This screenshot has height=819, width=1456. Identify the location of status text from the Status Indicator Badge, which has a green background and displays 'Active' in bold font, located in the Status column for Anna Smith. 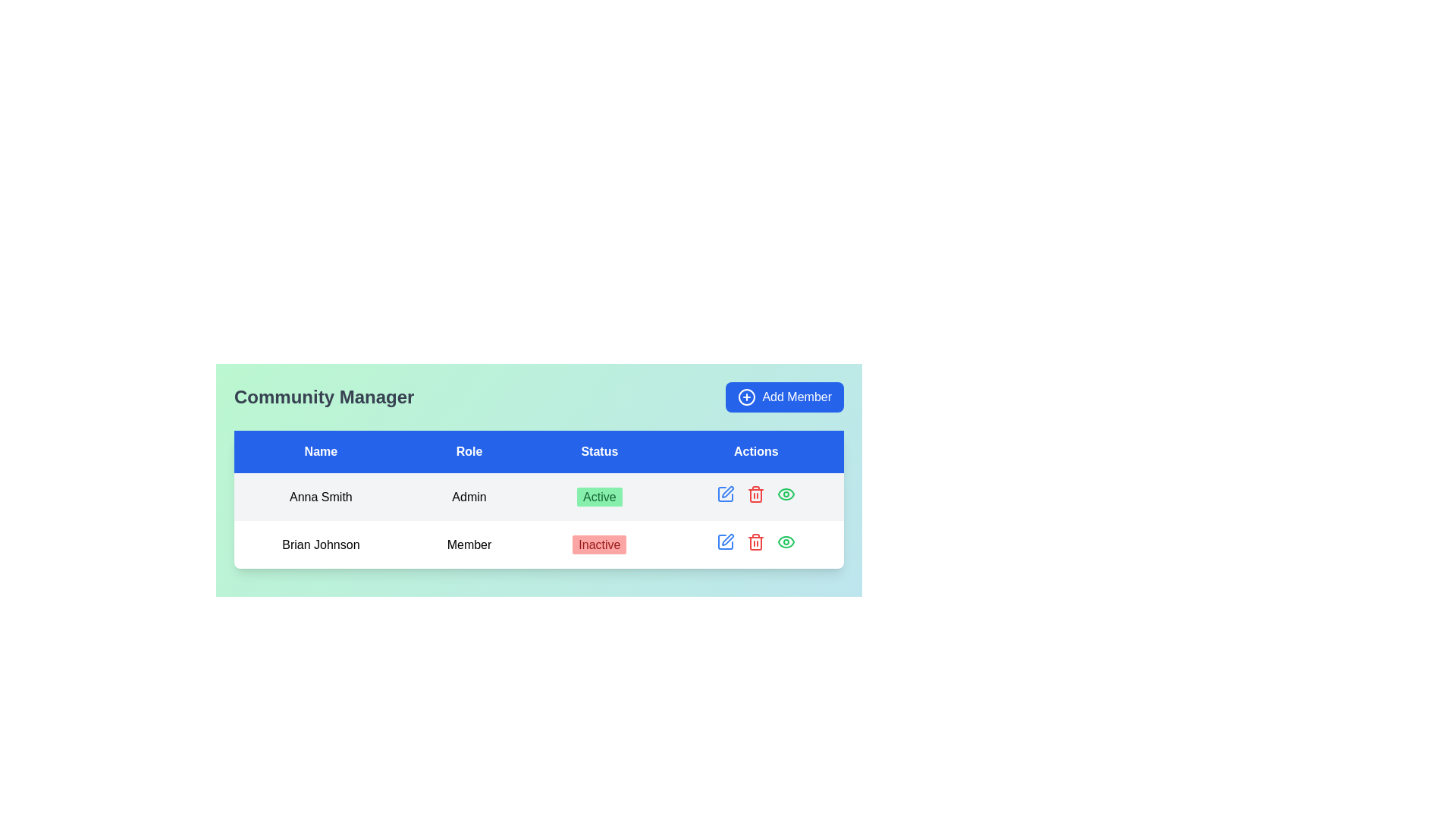
(598, 497).